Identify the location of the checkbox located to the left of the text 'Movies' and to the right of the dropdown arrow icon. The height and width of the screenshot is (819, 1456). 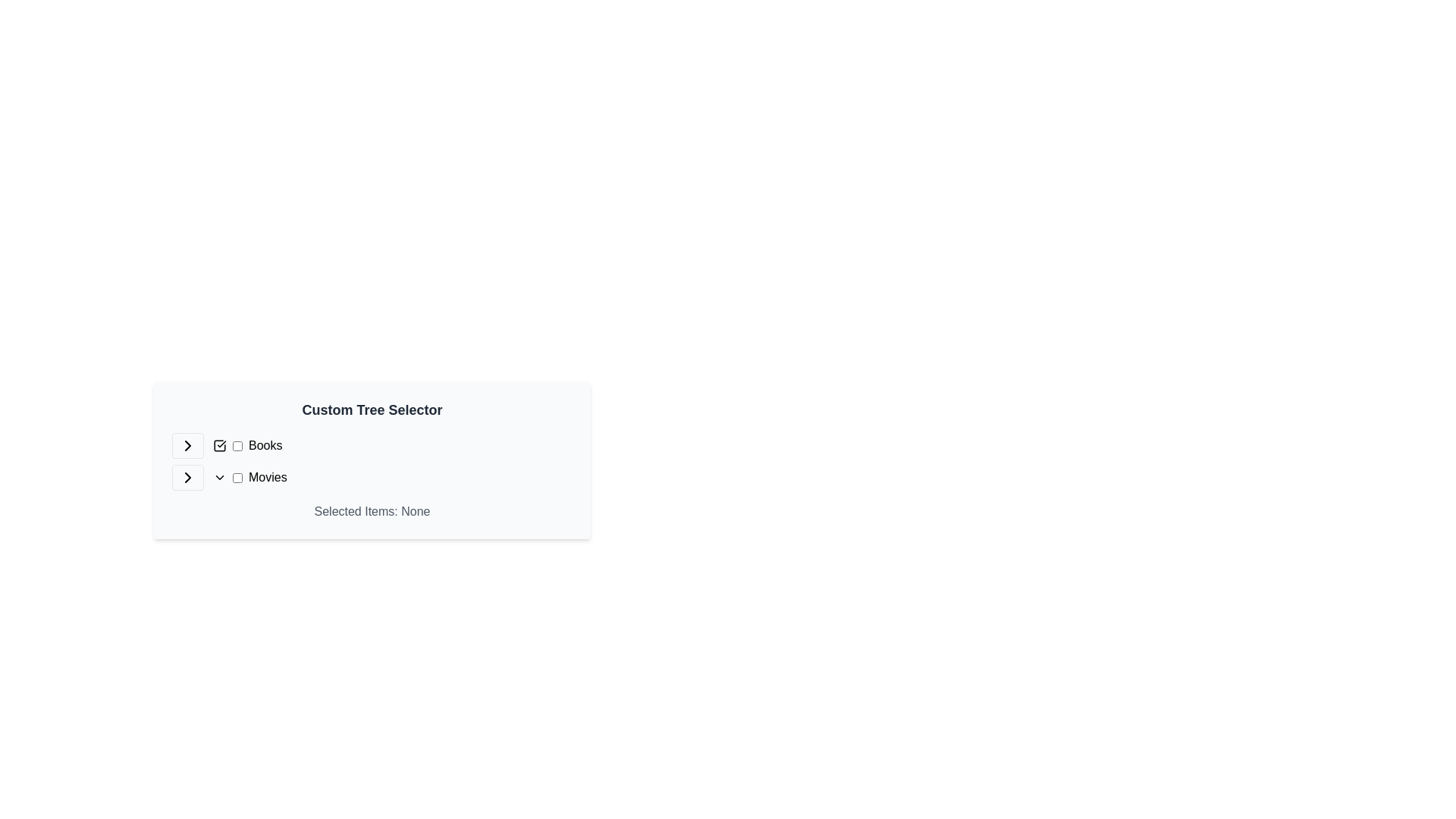
(237, 476).